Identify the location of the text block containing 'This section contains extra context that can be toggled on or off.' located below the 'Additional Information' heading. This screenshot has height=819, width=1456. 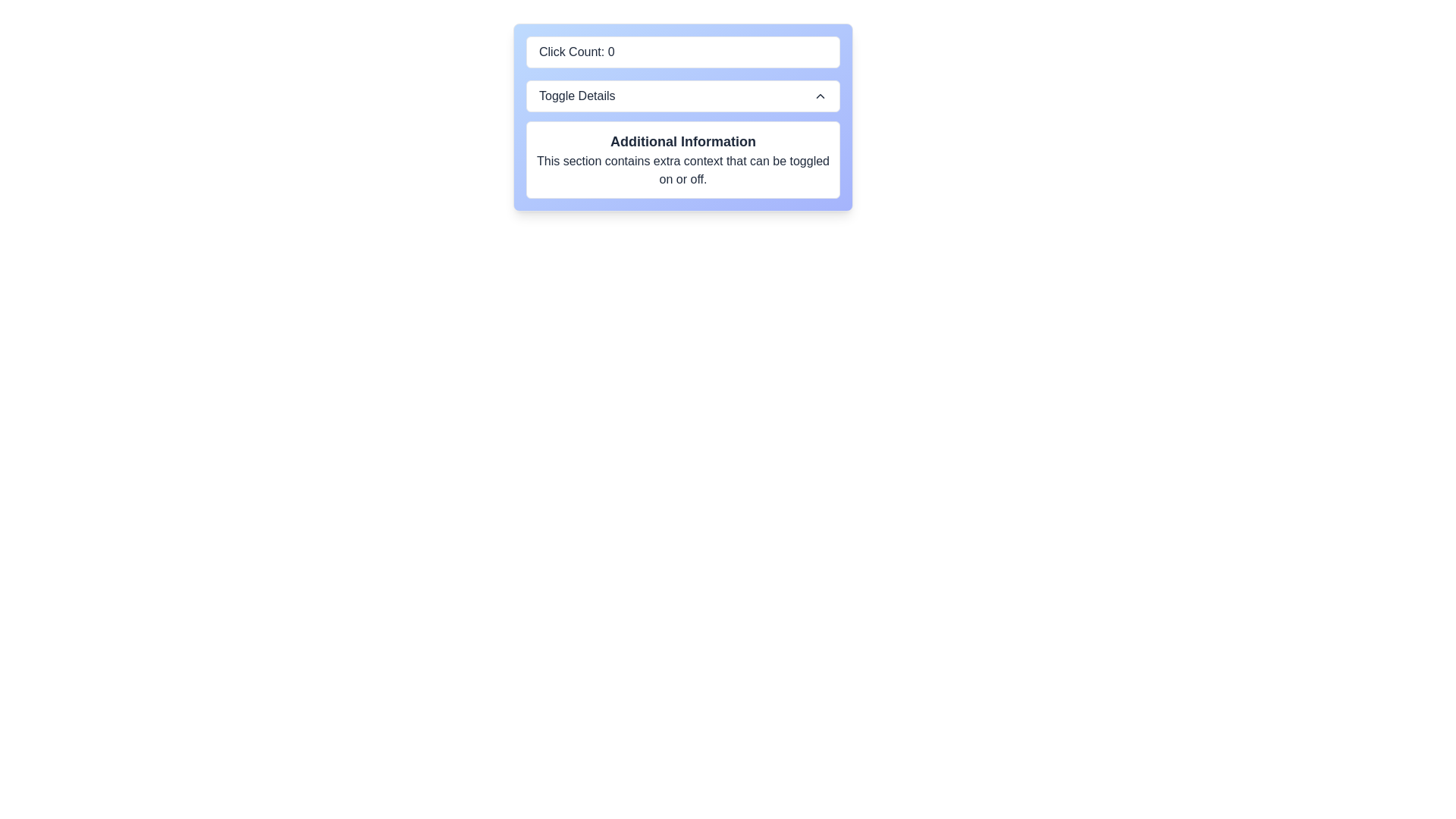
(682, 170).